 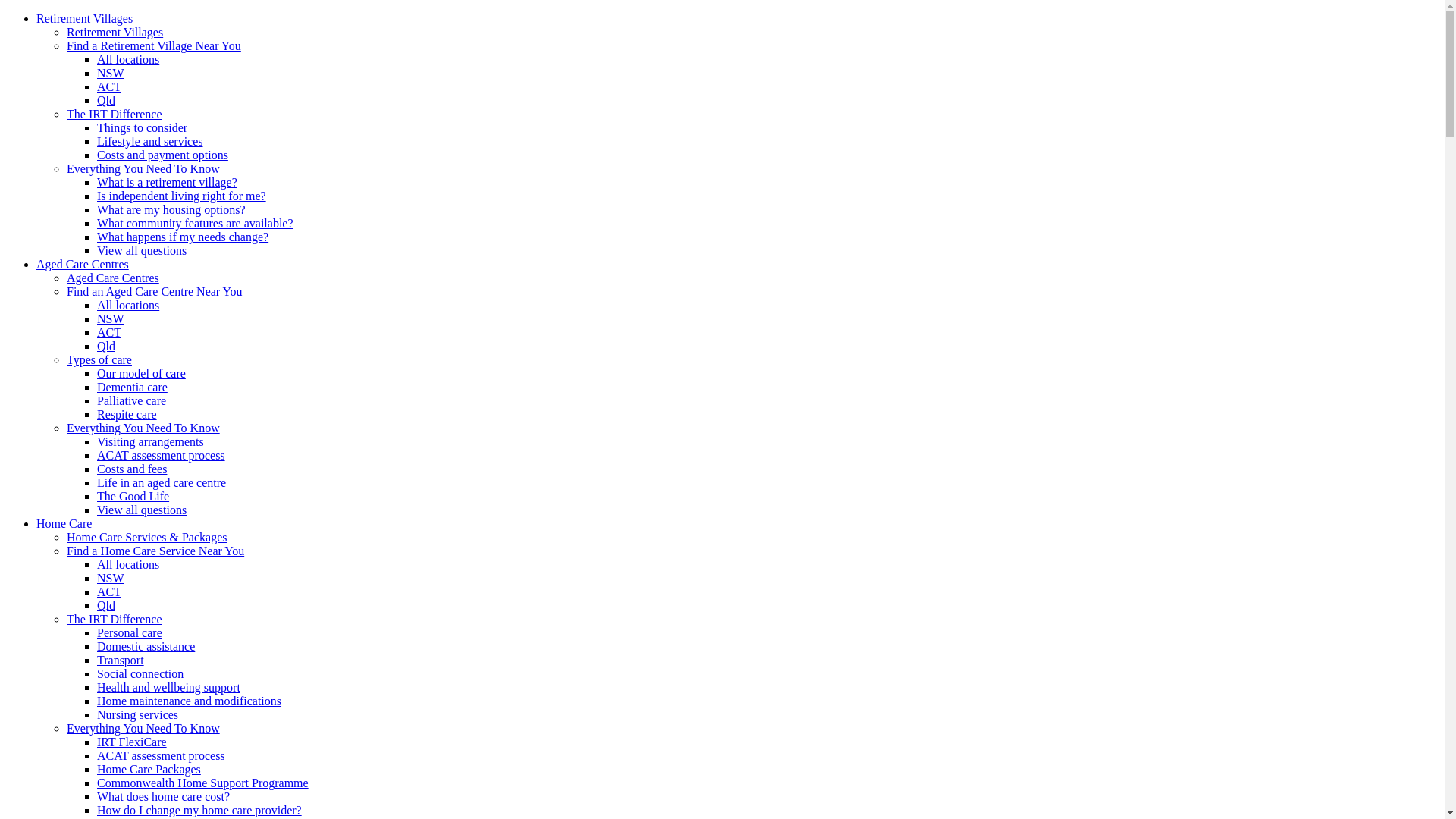 I want to click on 'Find a Retirement Village Near You', so click(x=153, y=45).